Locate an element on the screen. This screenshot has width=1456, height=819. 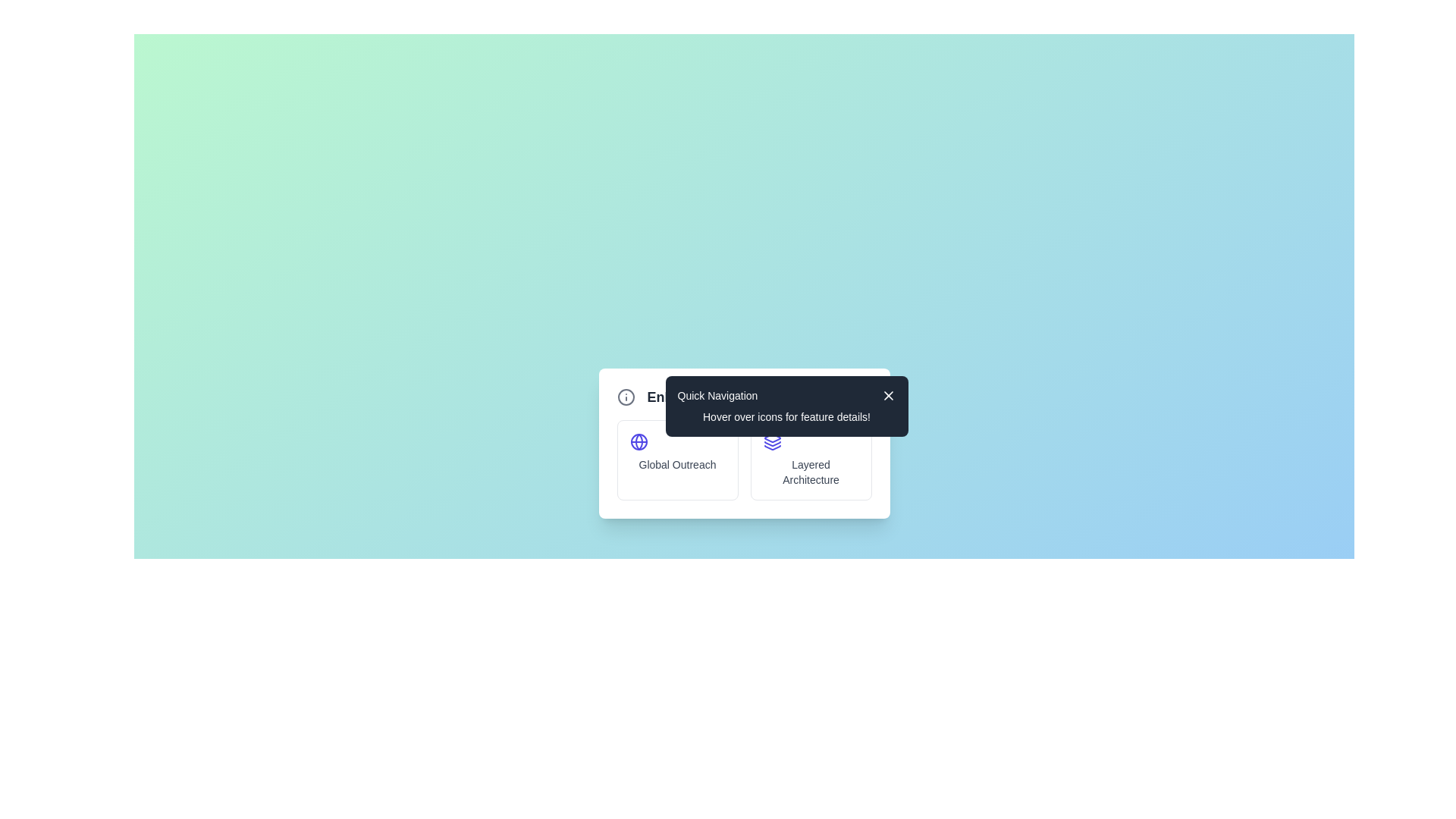
the interactive card labeled 'Layered Architecture', which is the second item in a two-column grid layout, located to the right of the 'Global Outreach' element is located at coordinates (810, 459).